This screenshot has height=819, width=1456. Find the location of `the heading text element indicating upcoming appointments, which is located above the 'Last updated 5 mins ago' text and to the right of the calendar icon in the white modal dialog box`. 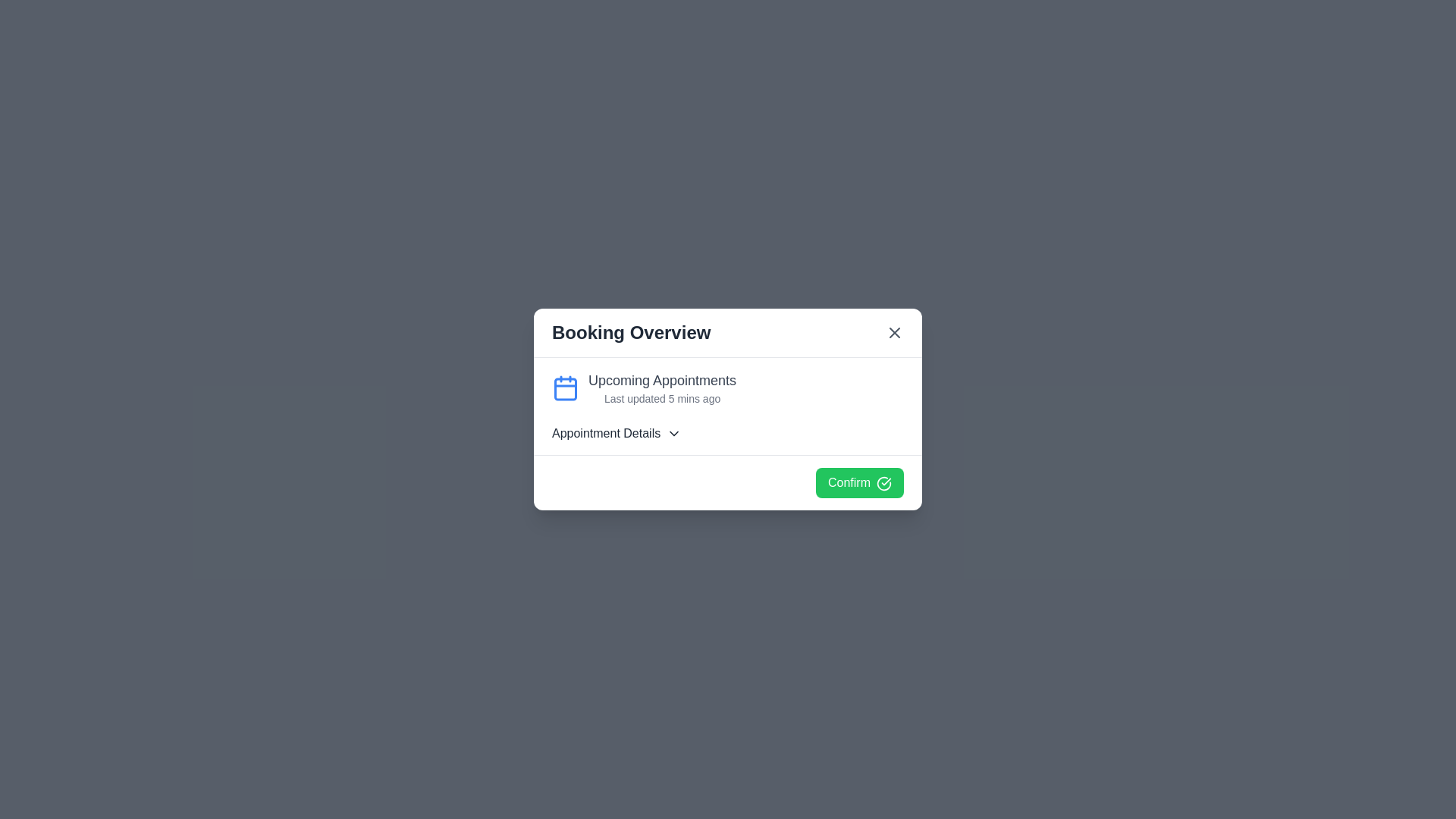

the heading text element indicating upcoming appointments, which is located above the 'Last updated 5 mins ago' text and to the right of the calendar icon in the white modal dialog box is located at coordinates (662, 379).